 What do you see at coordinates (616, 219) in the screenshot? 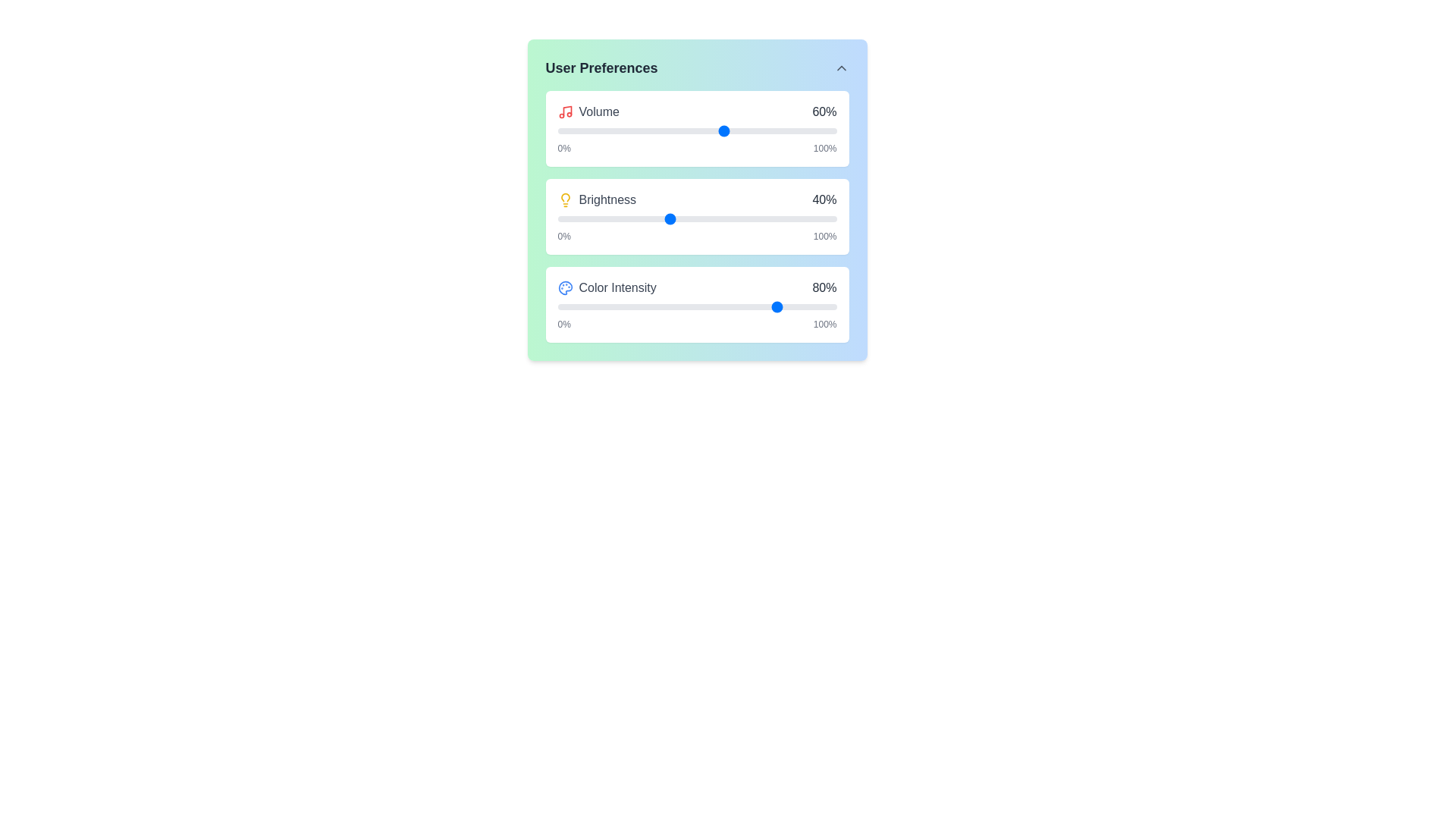
I see `brightness` at bounding box center [616, 219].